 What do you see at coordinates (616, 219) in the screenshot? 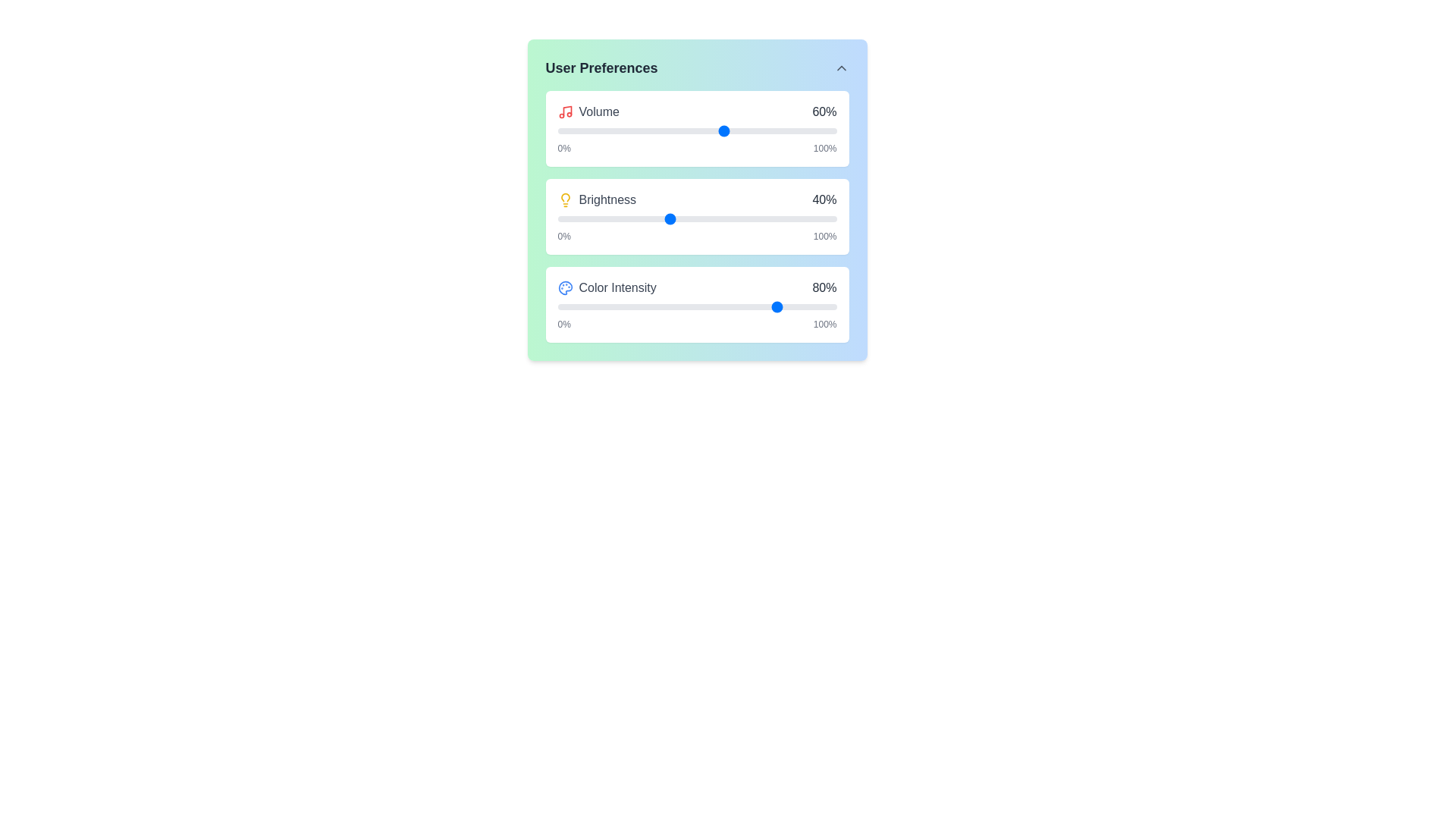
I see `brightness` at bounding box center [616, 219].